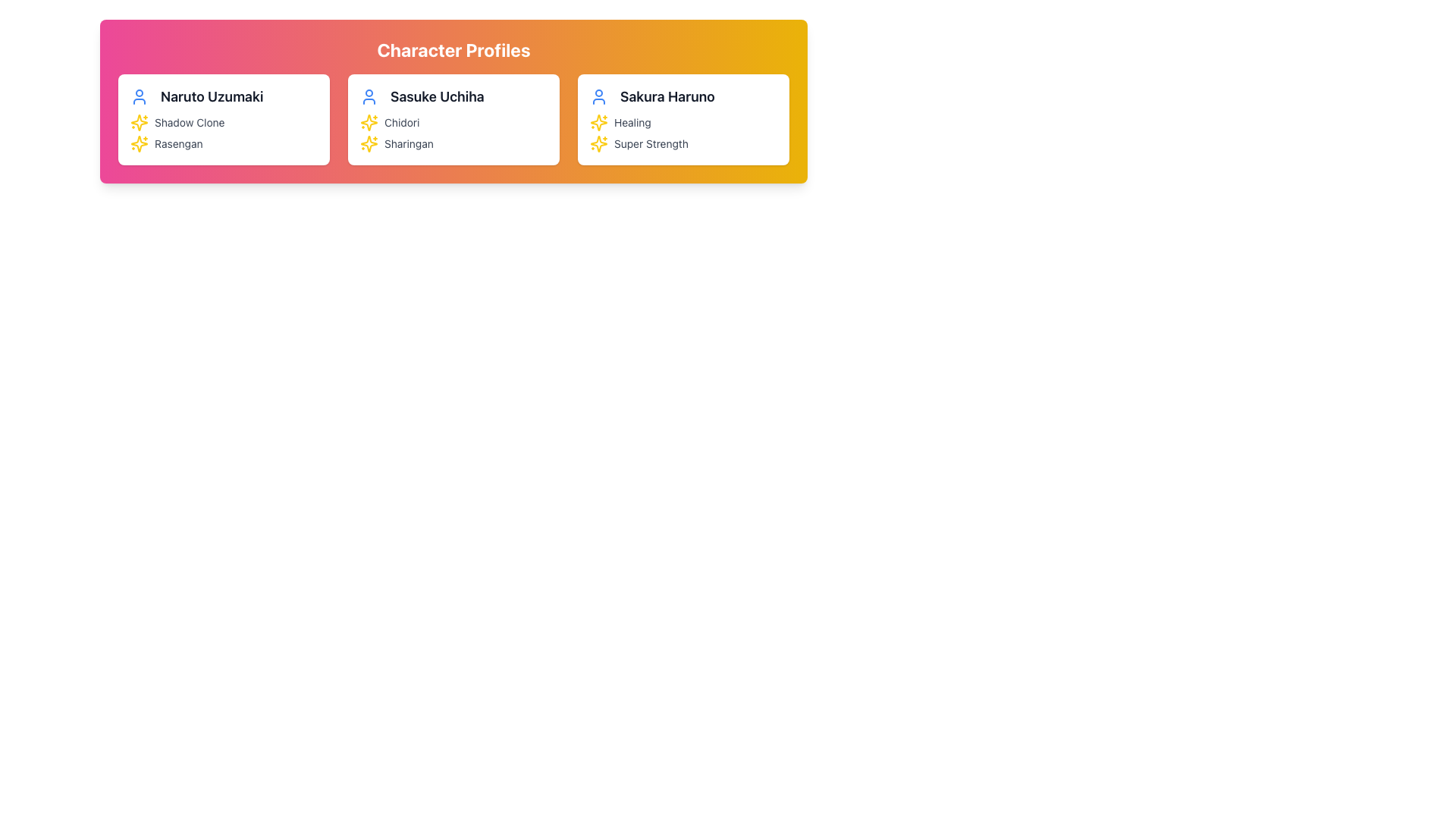 This screenshot has height=819, width=1456. What do you see at coordinates (223, 133) in the screenshot?
I see `the static list item displaying 'Shadow Clone' and 'Rasengan' skills, which are accompanied by yellow star-like icons, located in the lower portion of the 'Naruto Uzumaki' card` at bounding box center [223, 133].